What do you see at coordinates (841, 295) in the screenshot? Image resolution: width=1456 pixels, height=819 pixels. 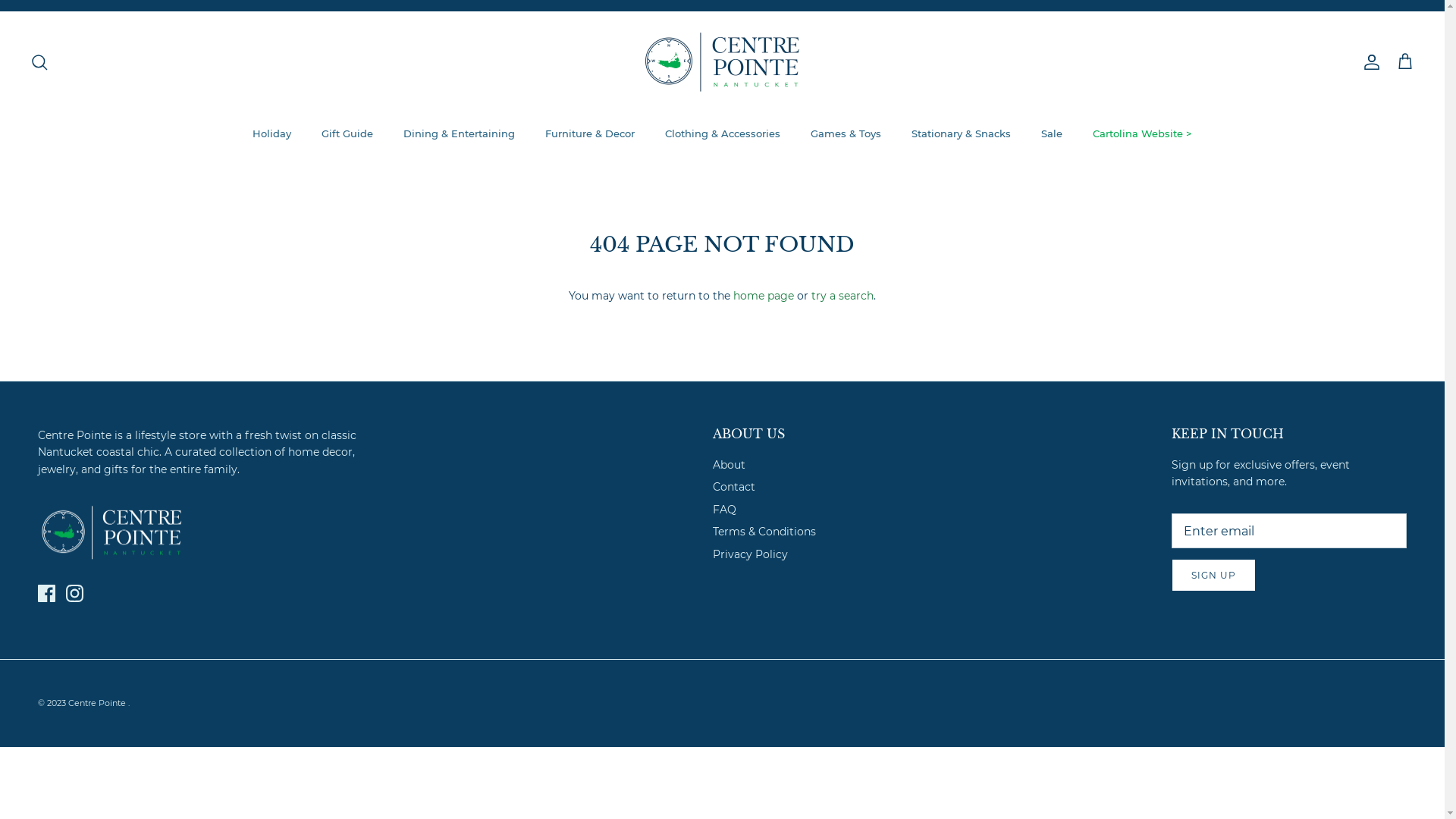 I see `'try a search'` at bounding box center [841, 295].